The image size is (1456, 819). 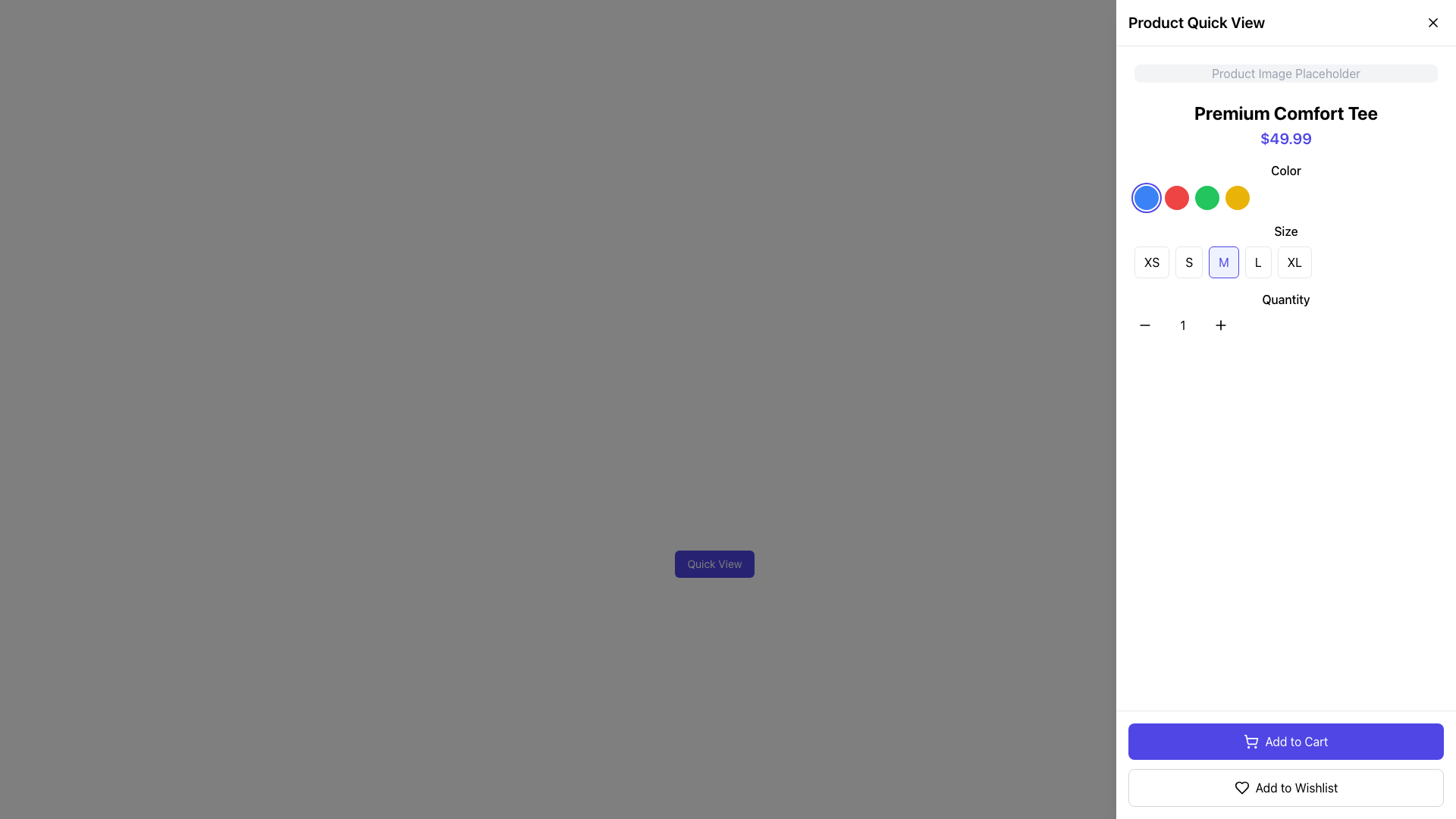 I want to click on the text label within the button that adds an item to the shopping cart, located at the bottom-right section of the page, so click(x=1295, y=741).